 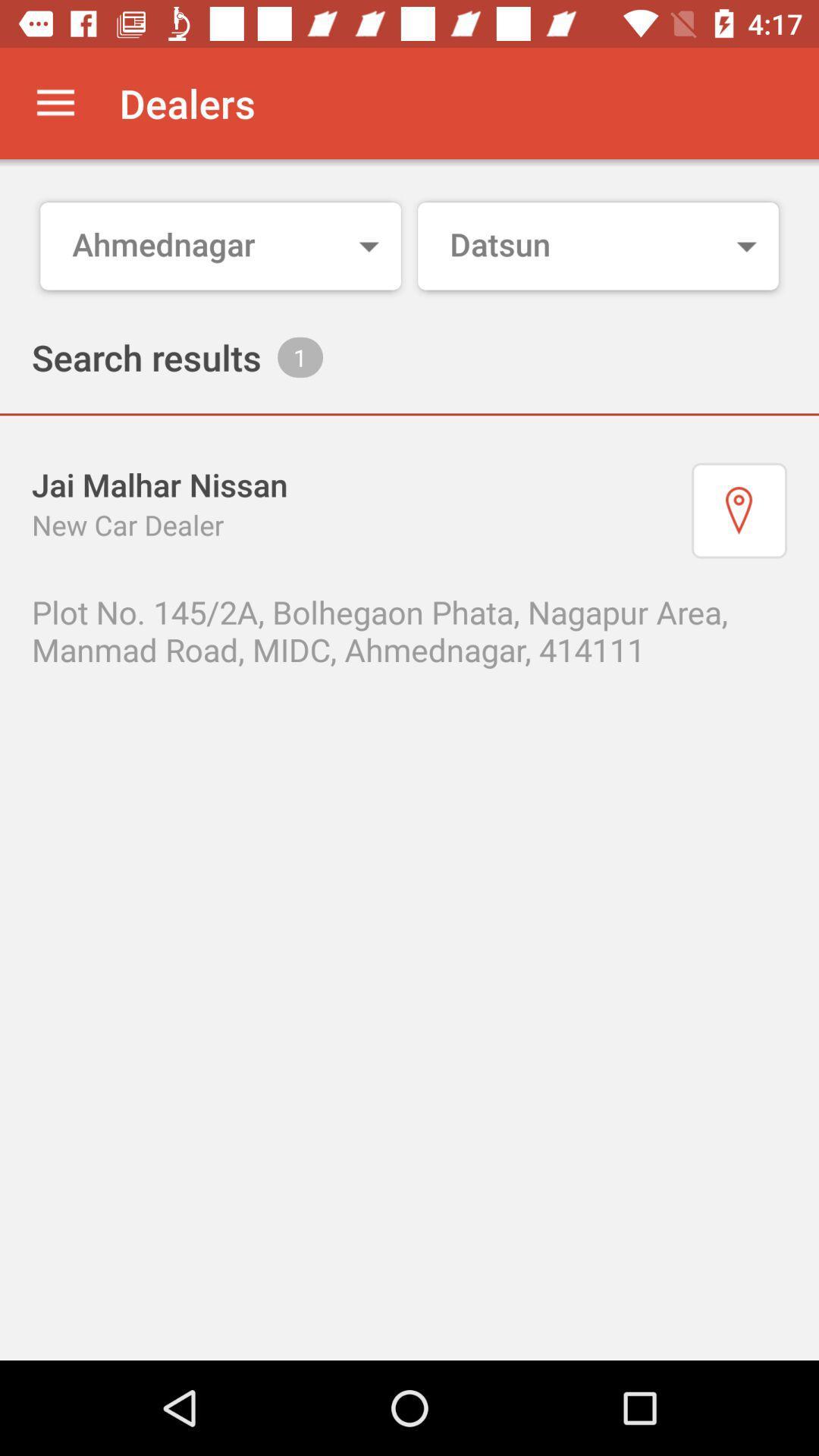 What do you see at coordinates (739, 510) in the screenshot?
I see `item above the plot no 145` at bounding box center [739, 510].